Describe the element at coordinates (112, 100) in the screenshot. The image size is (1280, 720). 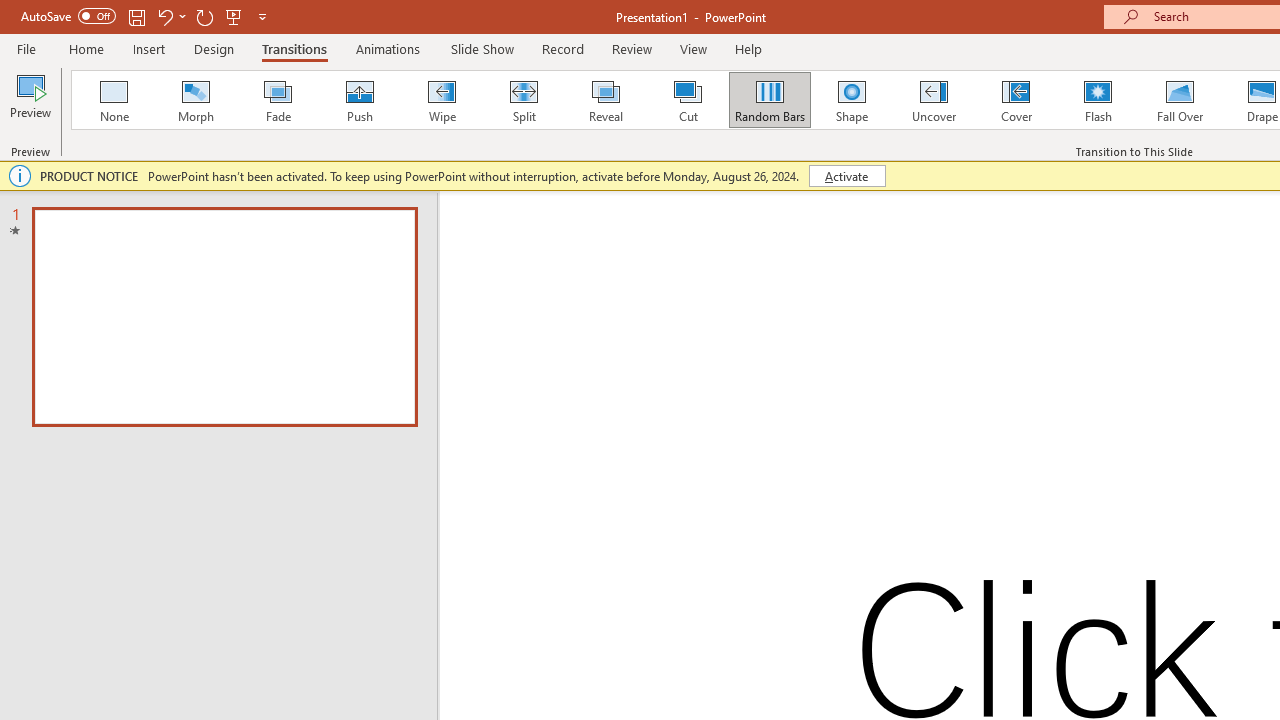
I see `'None'` at that location.